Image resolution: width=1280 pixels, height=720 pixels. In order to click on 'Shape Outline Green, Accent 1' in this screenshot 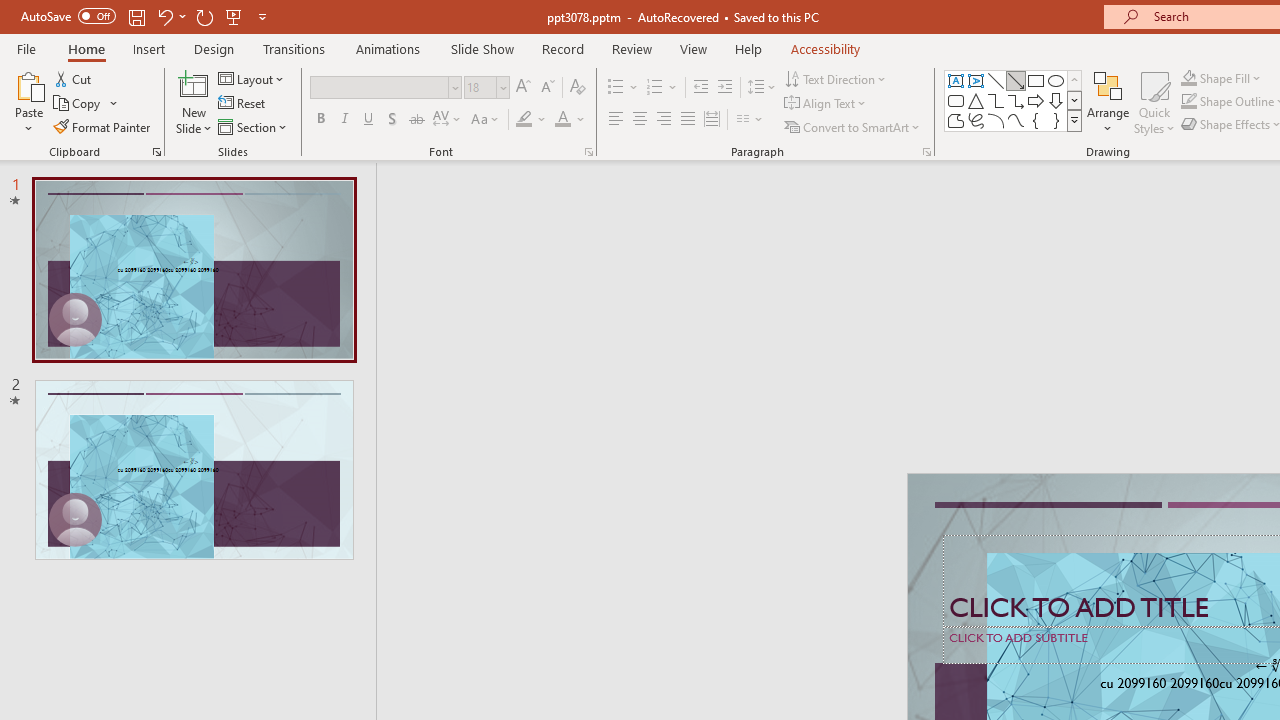, I will do `click(1189, 101)`.